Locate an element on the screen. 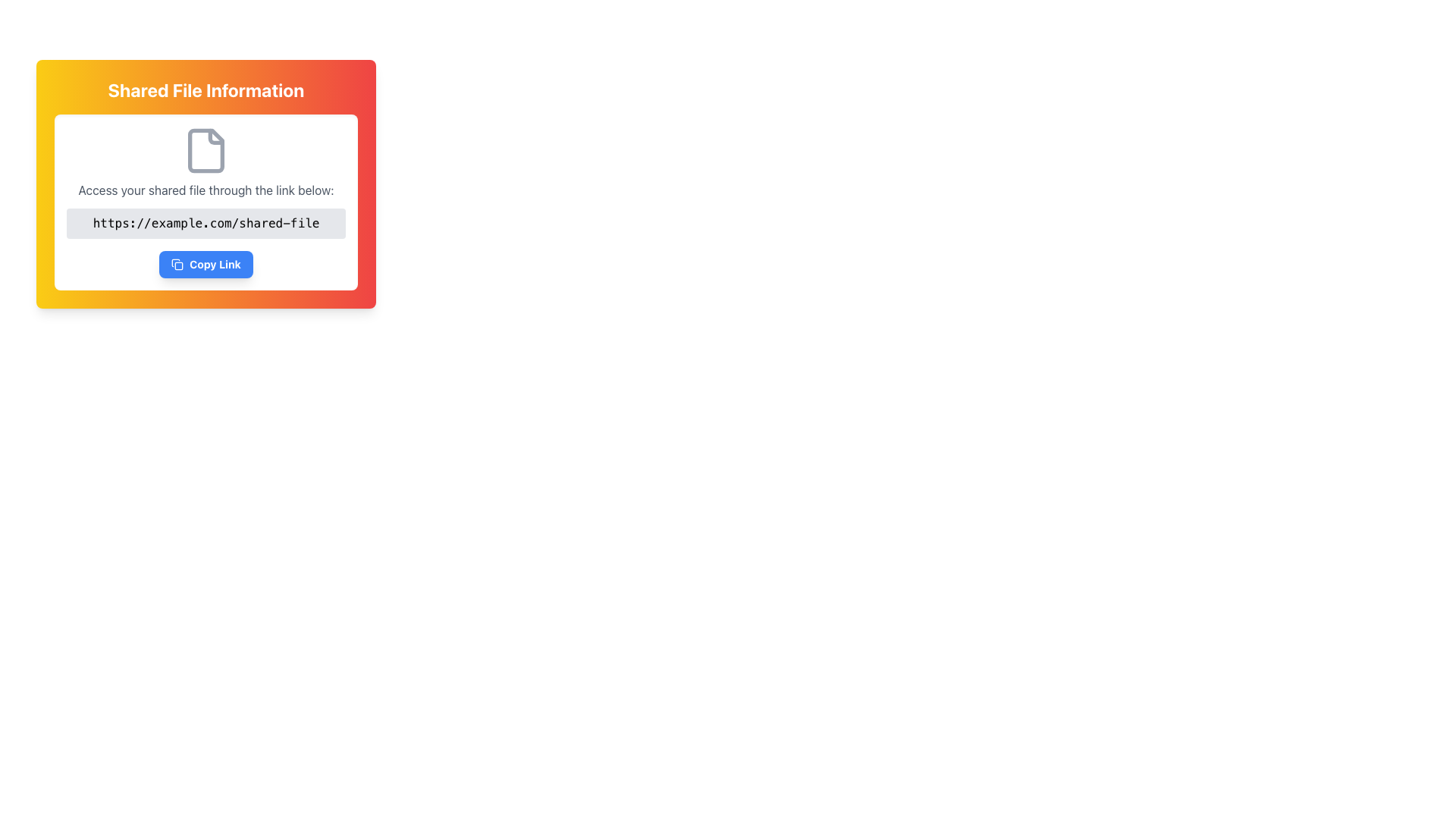 This screenshot has width=1456, height=819. the file icon located at the top center of the 'Shared File Information' card, which is represented by a light gray, simplistic design is located at coordinates (206, 151).